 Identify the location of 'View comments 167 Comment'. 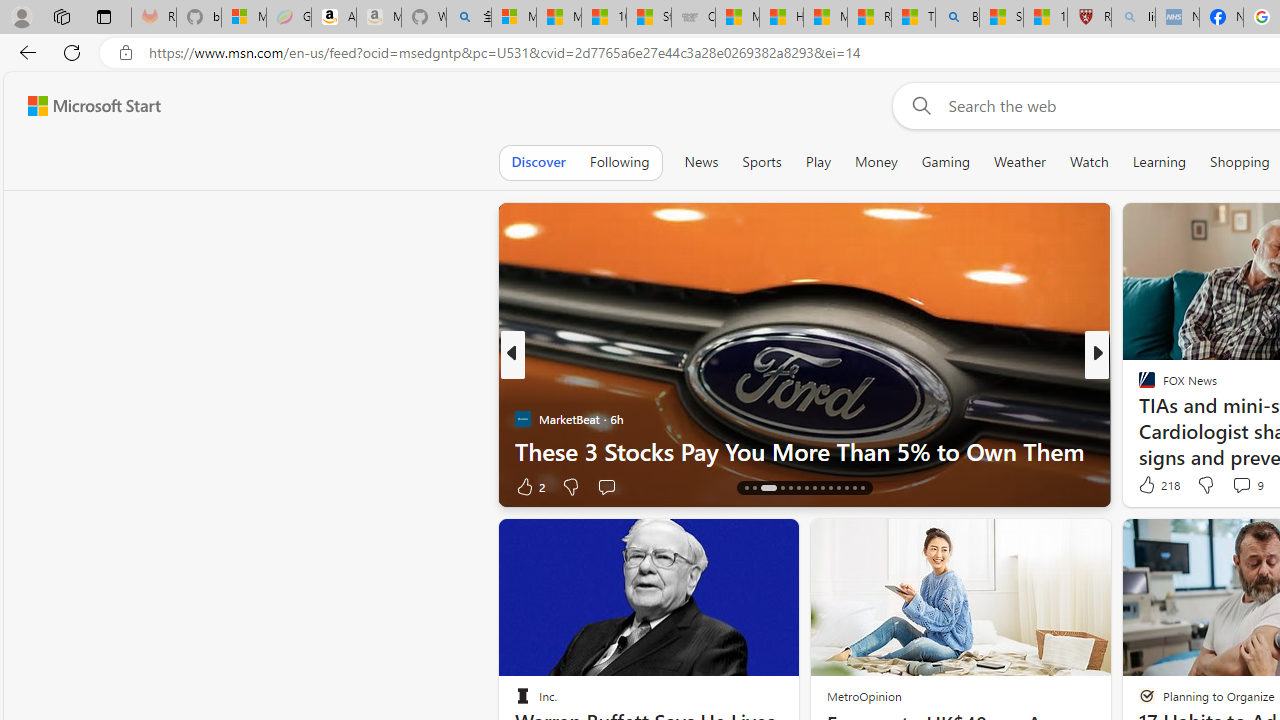
(1247, 486).